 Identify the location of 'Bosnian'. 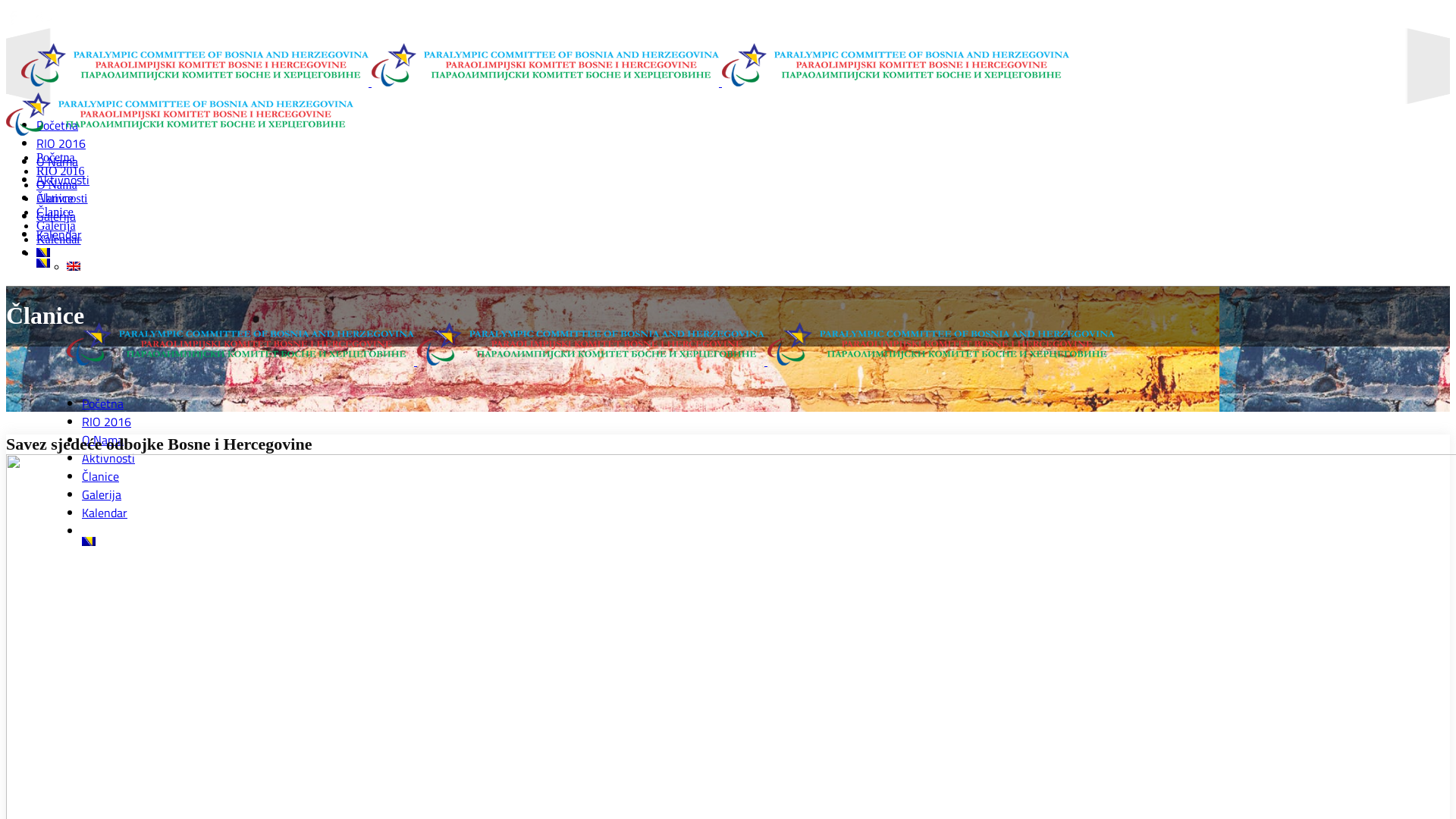
(87, 540).